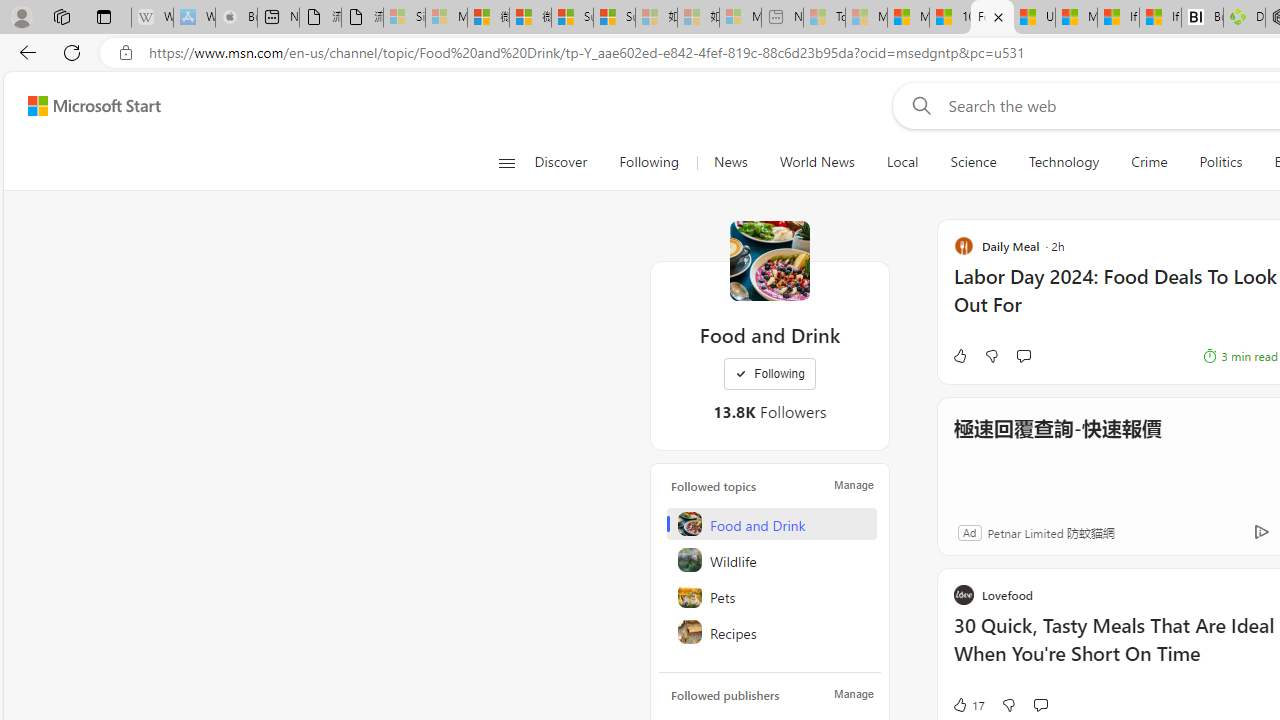 Image resolution: width=1280 pixels, height=720 pixels. What do you see at coordinates (916, 105) in the screenshot?
I see `'Web search'` at bounding box center [916, 105].